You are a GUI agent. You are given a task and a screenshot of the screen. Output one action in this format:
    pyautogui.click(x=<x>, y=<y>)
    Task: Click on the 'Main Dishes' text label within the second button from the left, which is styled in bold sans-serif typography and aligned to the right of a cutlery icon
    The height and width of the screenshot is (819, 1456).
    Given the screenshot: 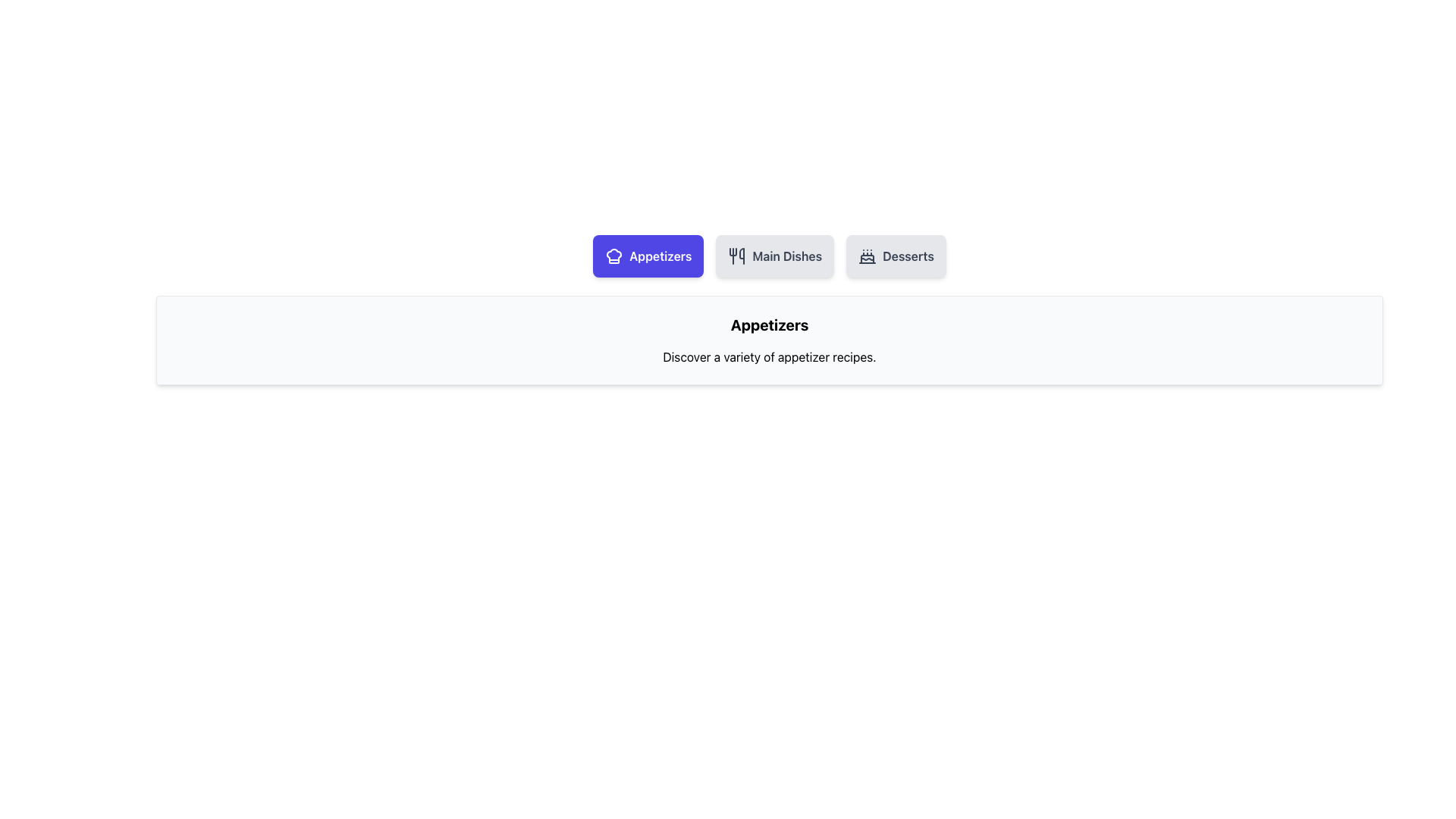 What is the action you would take?
    pyautogui.click(x=787, y=256)
    